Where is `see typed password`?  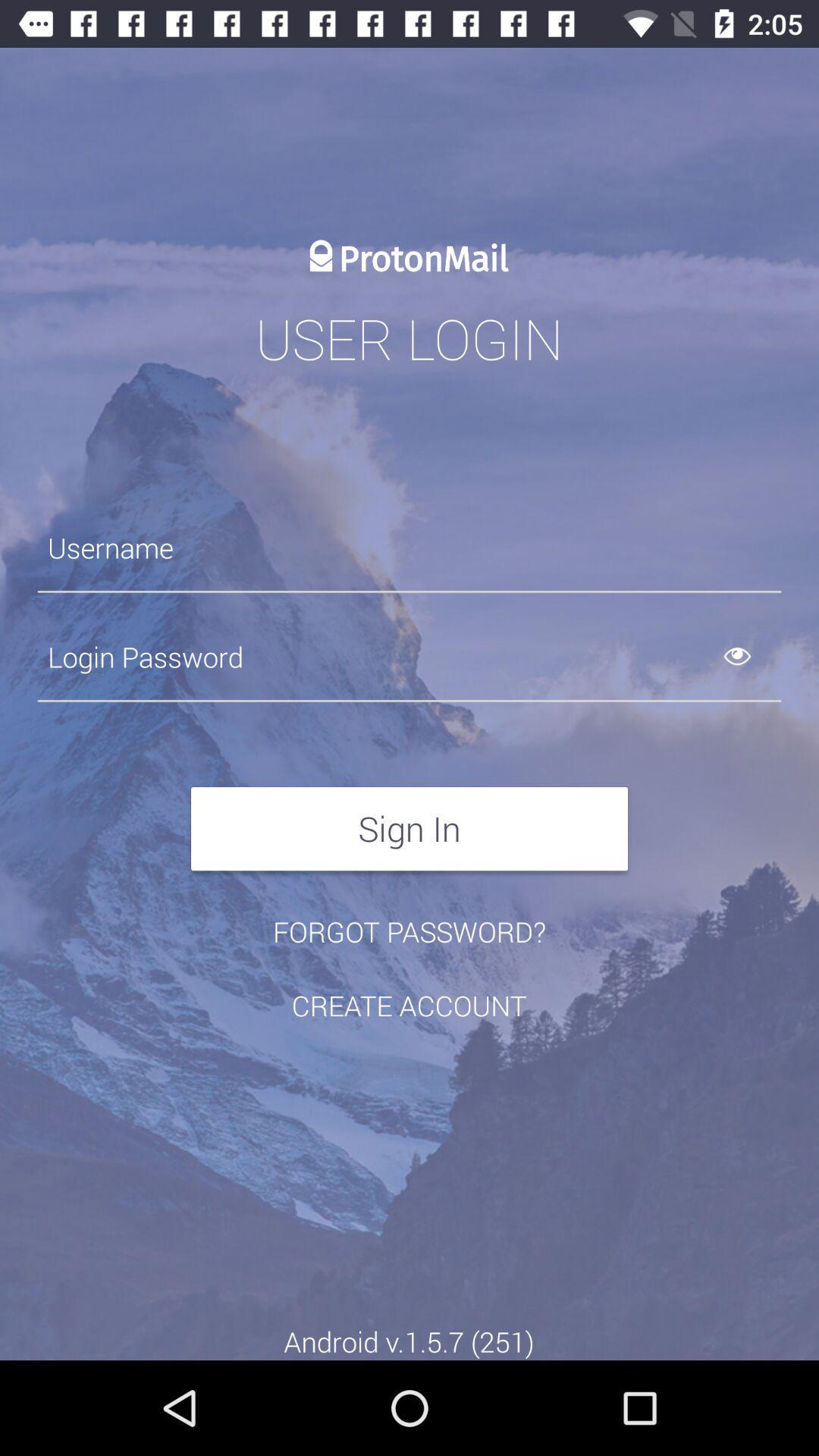
see typed password is located at coordinates (755, 657).